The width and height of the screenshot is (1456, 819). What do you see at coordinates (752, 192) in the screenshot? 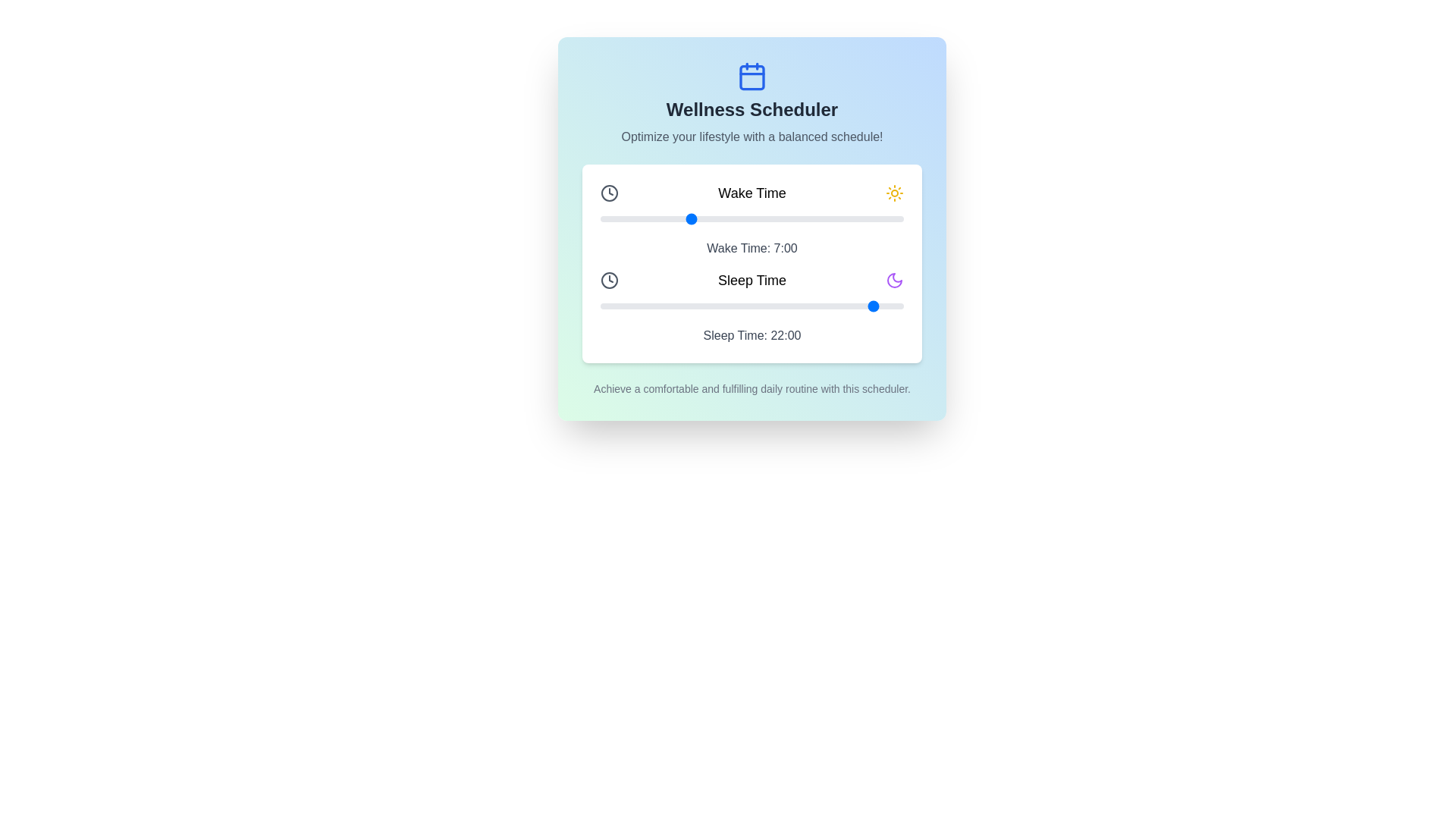
I see `the label with icons that displays the wake time settings, located above the 'Wake Time: 7:00' slider` at bounding box center [752, 192].